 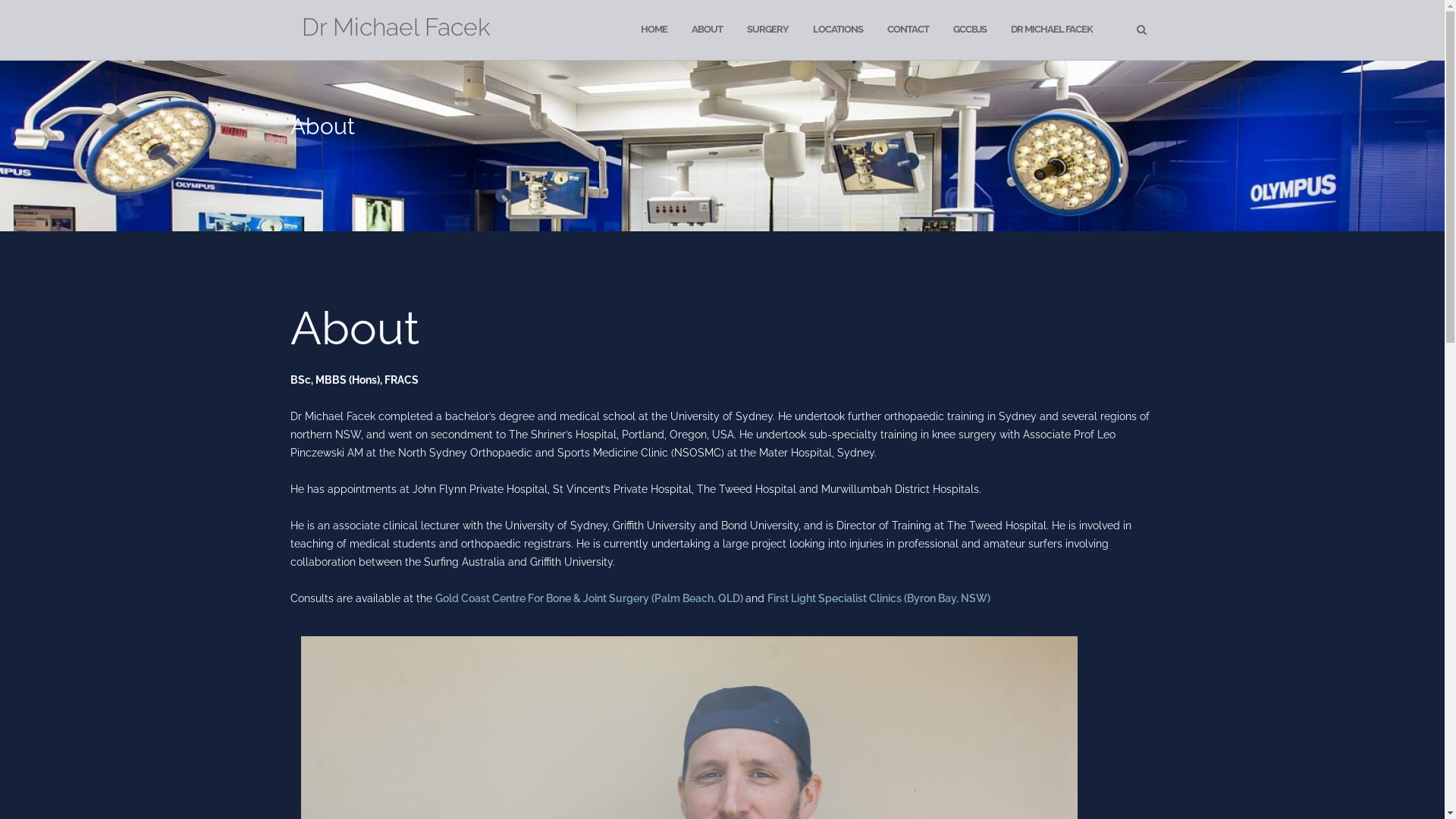 What do you see at coordinates (836, 30) in the screenshot?
I see `'LOCATIONS'` at bounding box center [836, 30].